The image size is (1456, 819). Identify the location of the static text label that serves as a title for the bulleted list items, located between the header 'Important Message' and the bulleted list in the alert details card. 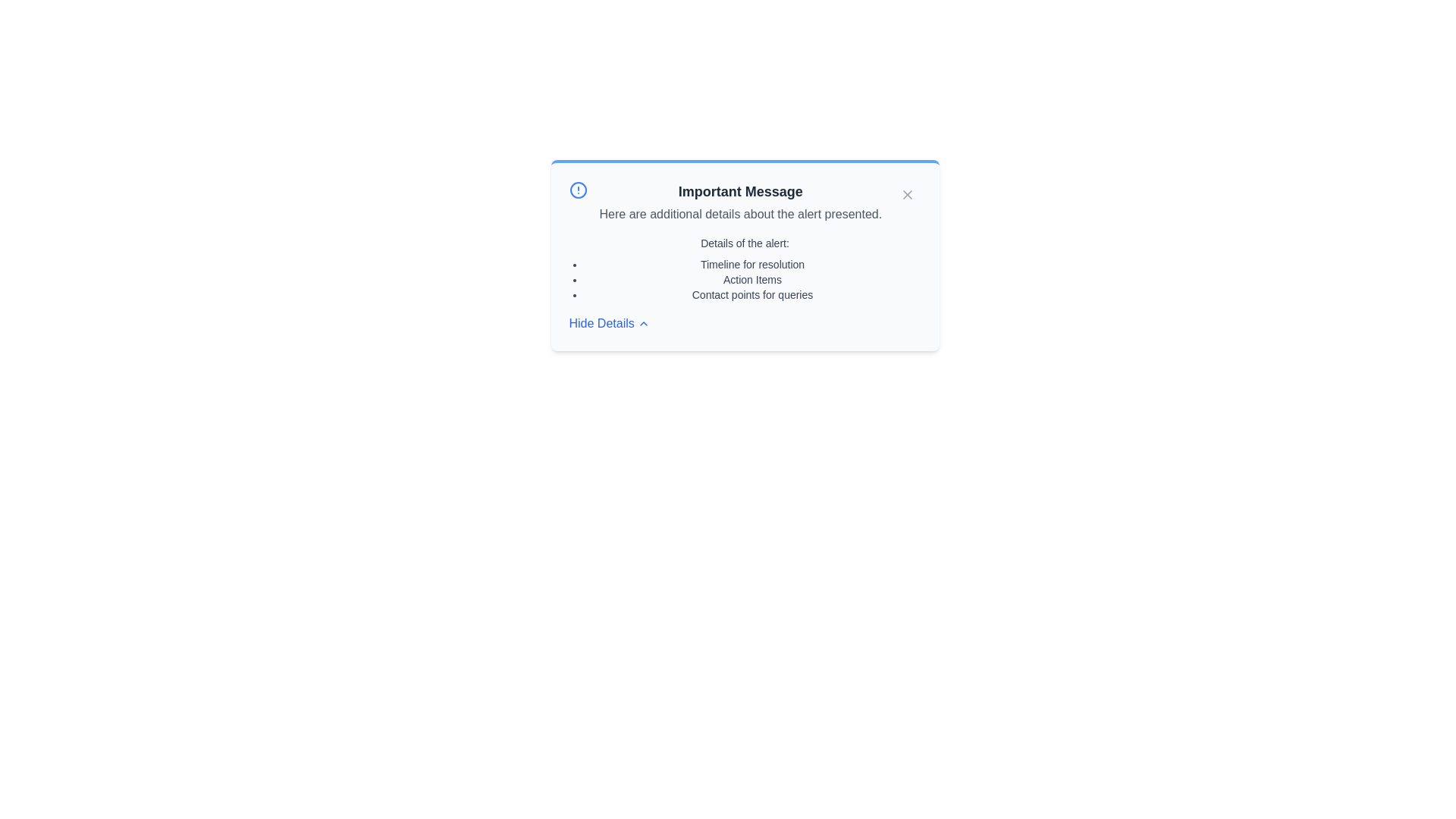
(745, 242).